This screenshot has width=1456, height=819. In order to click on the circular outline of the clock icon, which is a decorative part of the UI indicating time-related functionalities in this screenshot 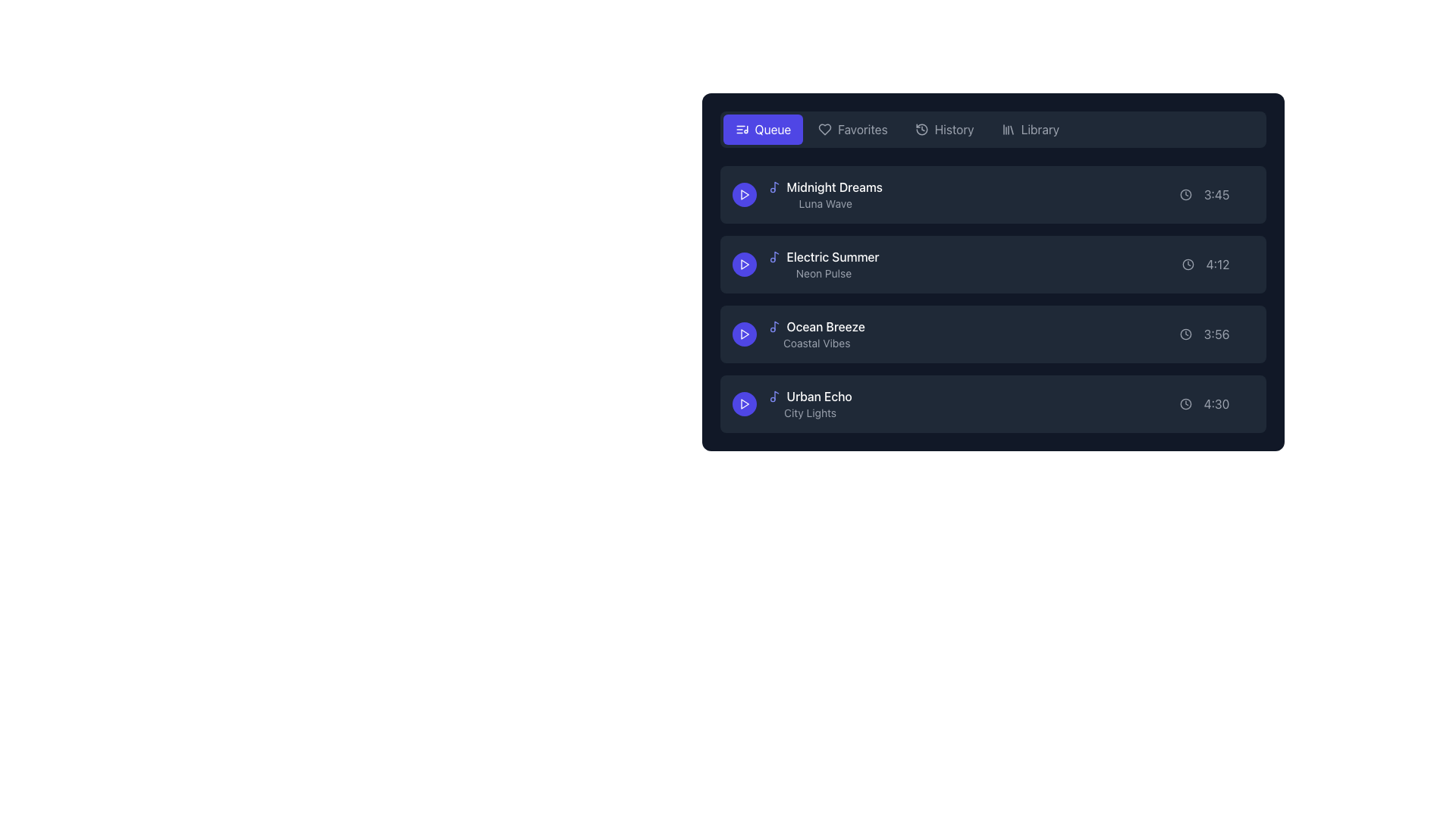, I will do `click(1185, 194)`.